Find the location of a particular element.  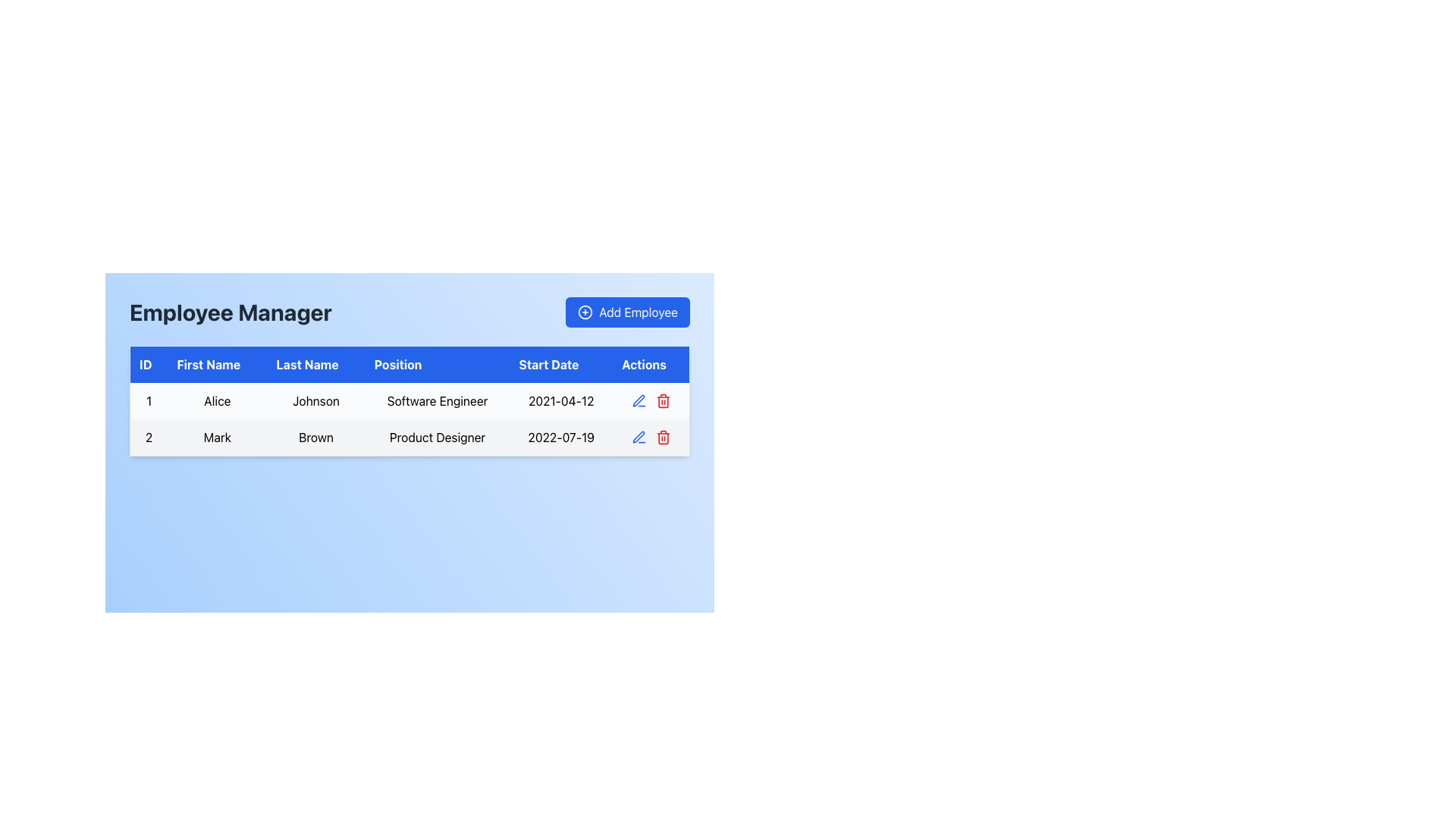

text from the Table Cell displaying 'Mark' located in the second row under the 'First Name' column is located at coordinates (216, 438).